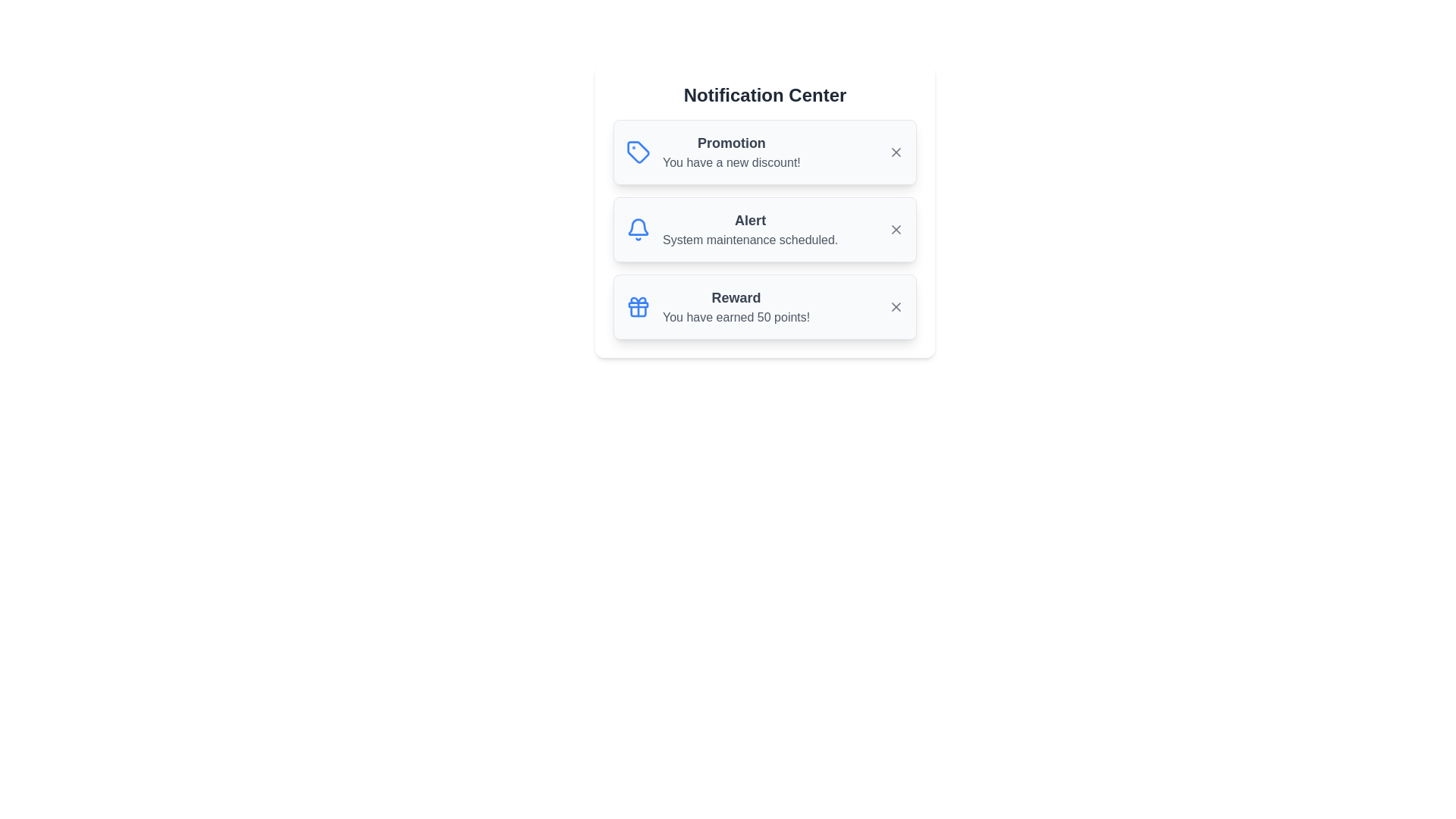 Image resolution: width=1456 pixels, height=819 pixels. I want to click on the Close button icon (SVG graphic) located in the top-right corner of the 'Alert' notification item in the notification center panel, so click(896, 230).